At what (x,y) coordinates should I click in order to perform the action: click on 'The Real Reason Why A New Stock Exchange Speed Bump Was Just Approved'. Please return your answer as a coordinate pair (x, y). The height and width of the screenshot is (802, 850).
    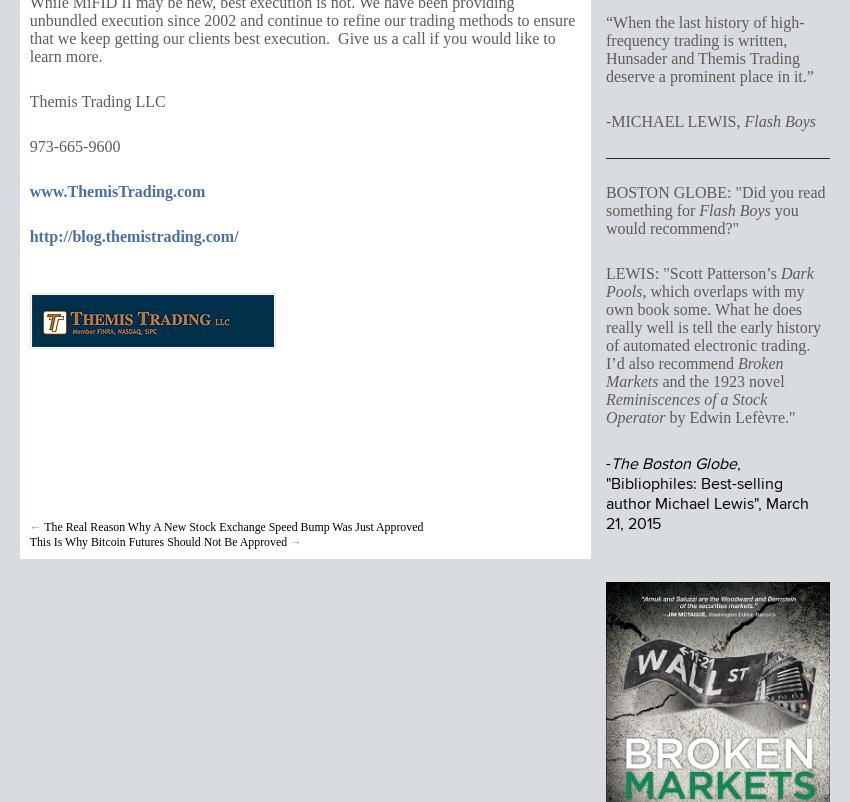
    Looking at the image, I should click on (233, 525).